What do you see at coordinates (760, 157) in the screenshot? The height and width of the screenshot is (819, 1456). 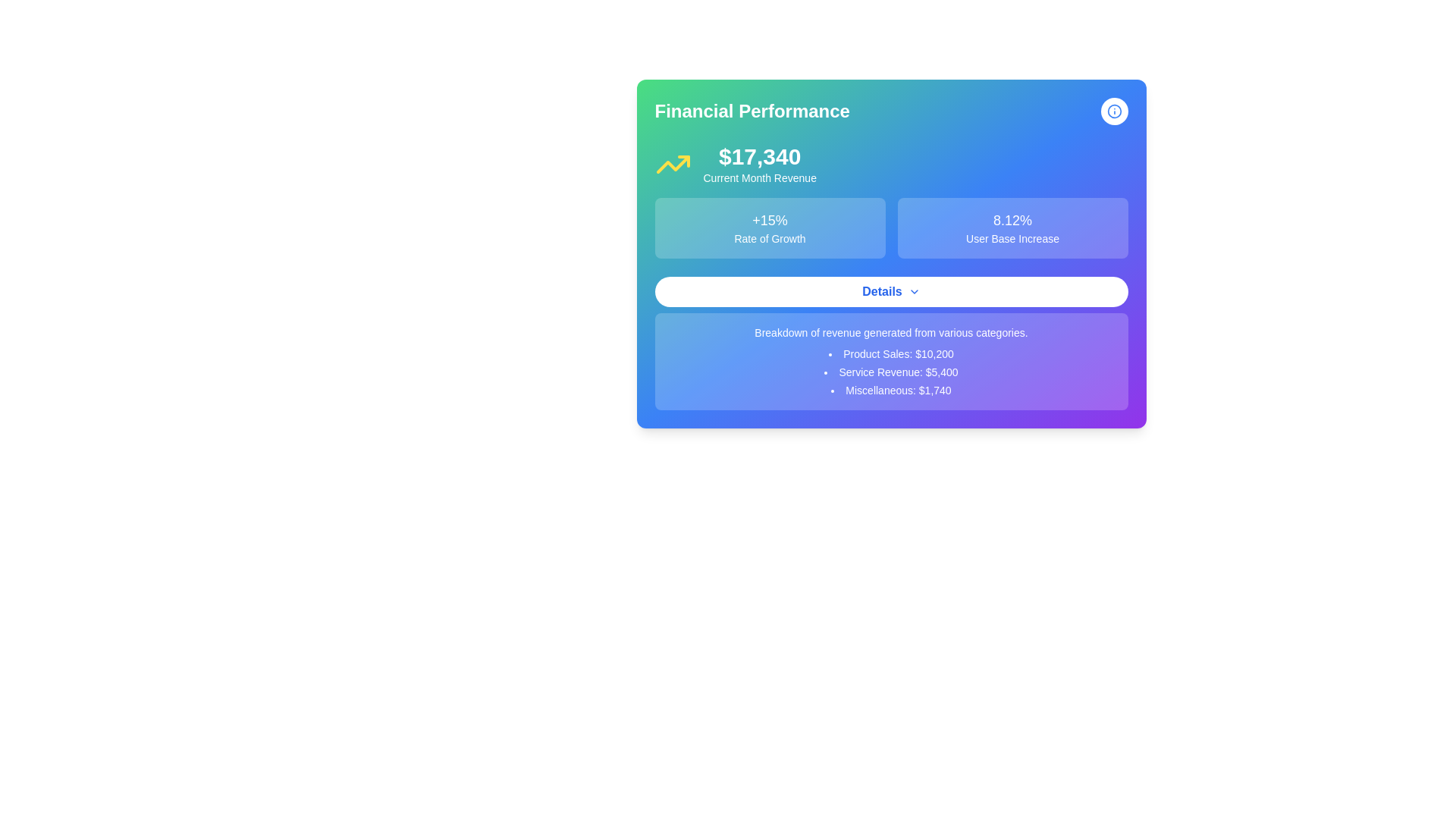 I see `the Text Label displaying '$17,340' in a large, bold font, located near the top of the 'Financial Performance' card, above the 'Current Month Revenue' label` at bounding box center [760, 157].